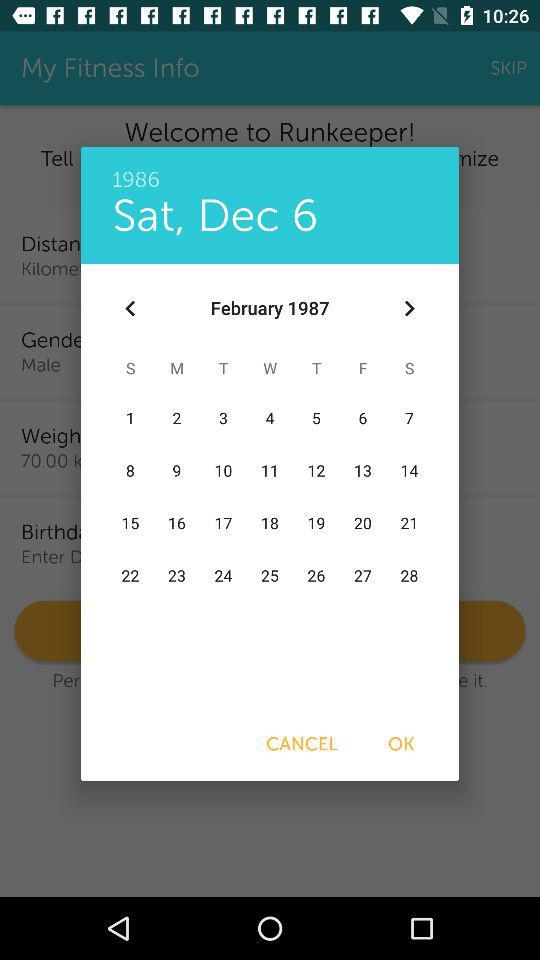  I want to click on the item above the ok icon, so click(408, 308).